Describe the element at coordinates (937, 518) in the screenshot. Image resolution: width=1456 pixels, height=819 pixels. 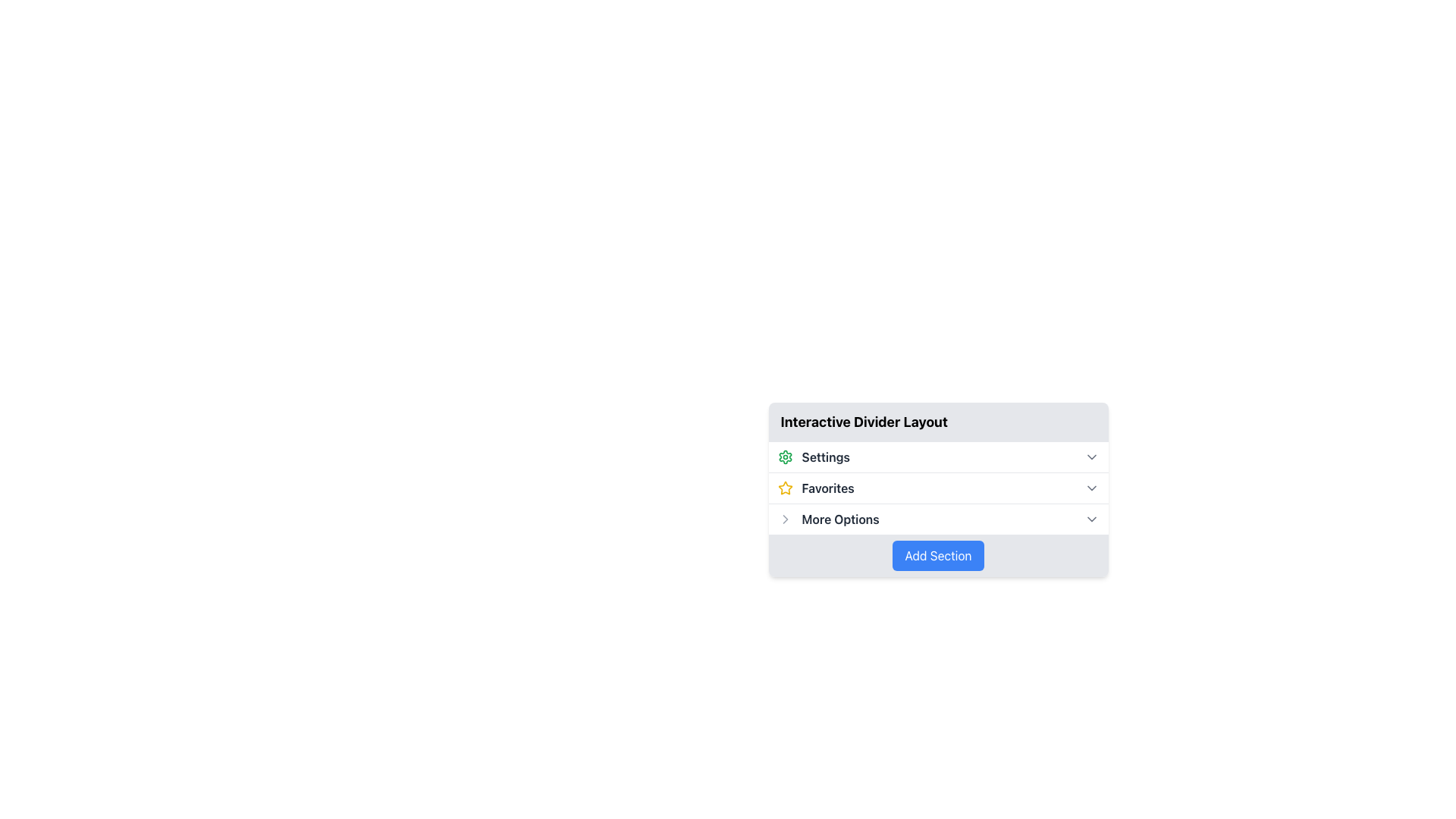
I see `the 'More Options' collapsible menu item, which is the third item in the 'Interactive Divider Layout' list` at that location.